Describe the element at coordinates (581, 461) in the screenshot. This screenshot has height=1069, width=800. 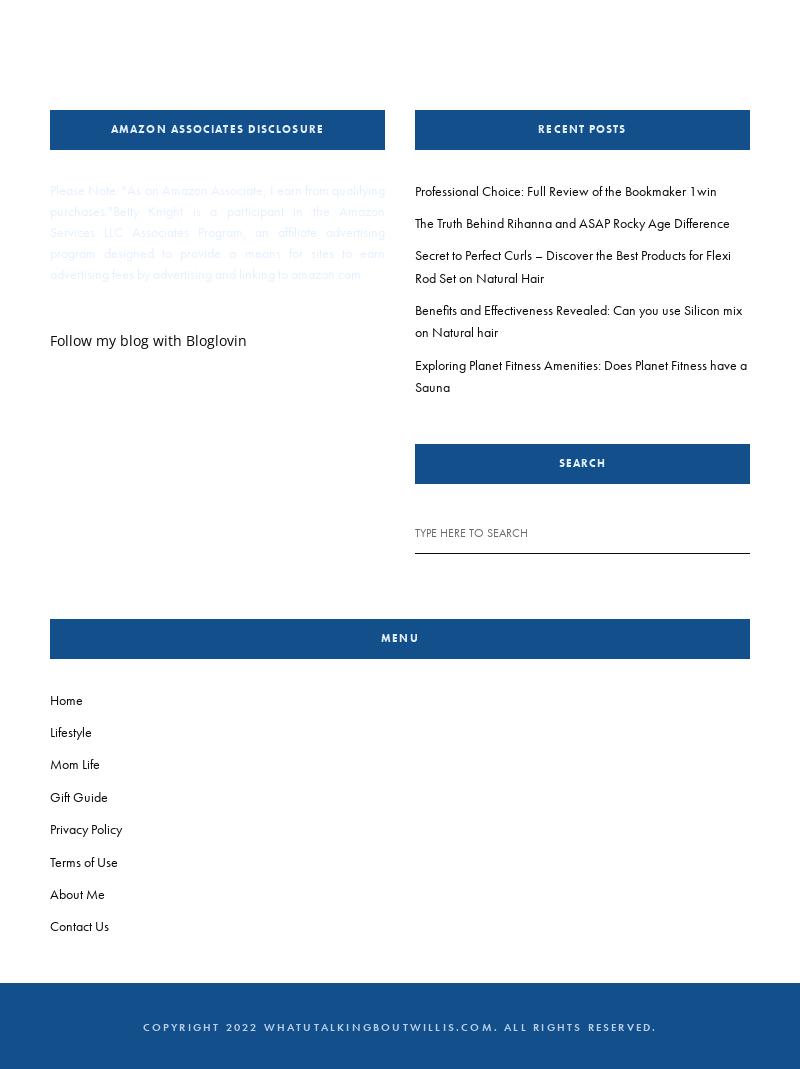
I see `'Search'` at that location.